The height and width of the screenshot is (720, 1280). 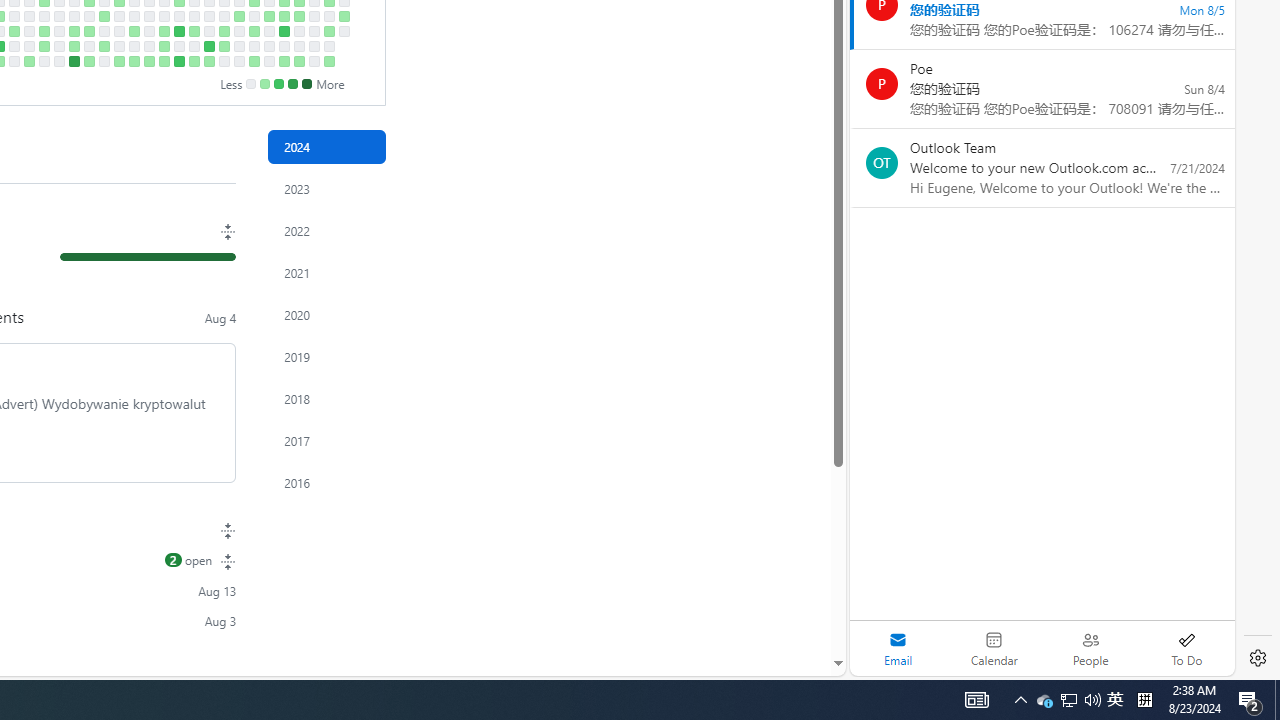 I want to click on '1 contribution on April 25th.', so click(x=87, y=31).